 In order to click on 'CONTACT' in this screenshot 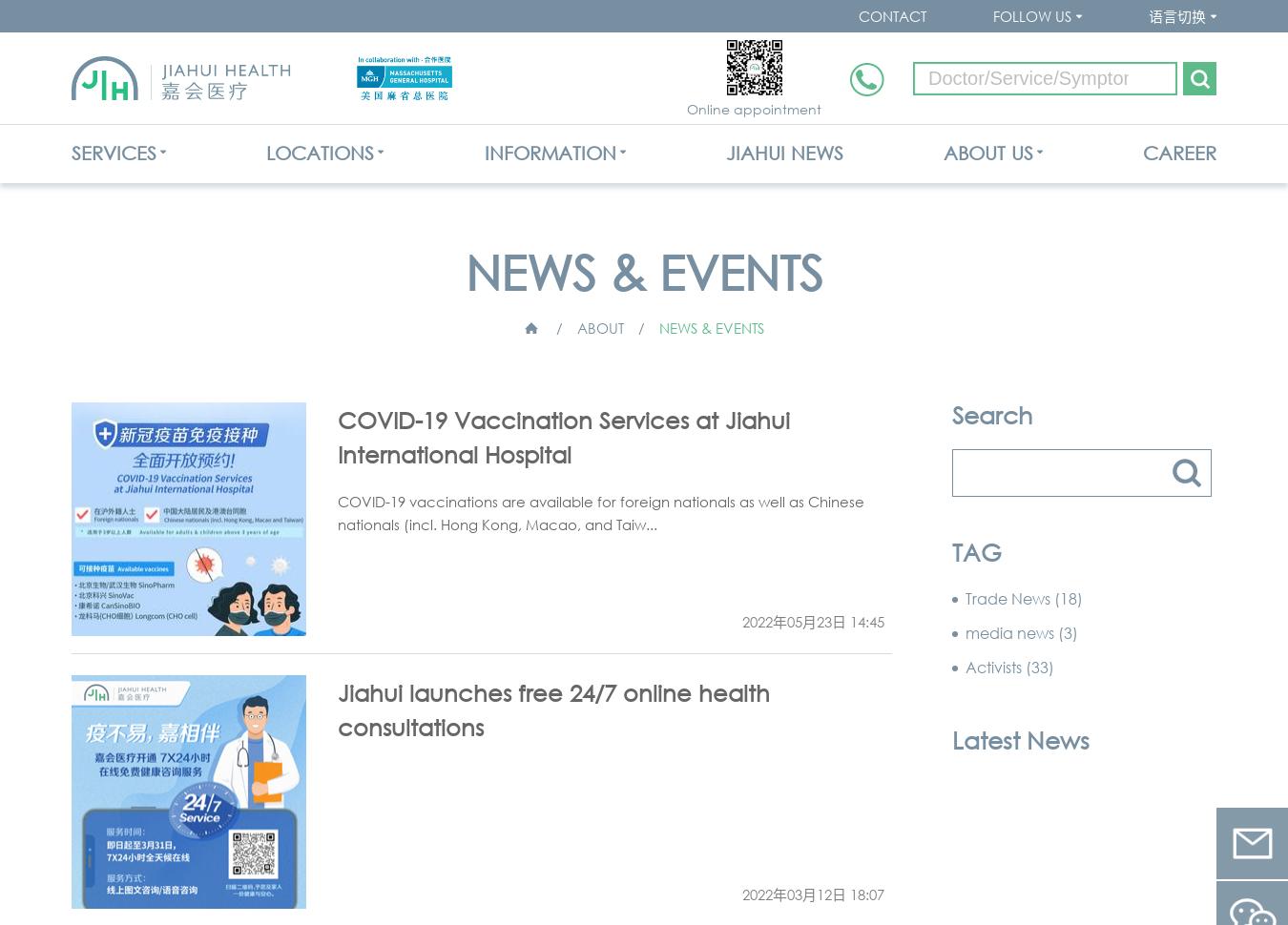, I will do `click(891, 15)`.